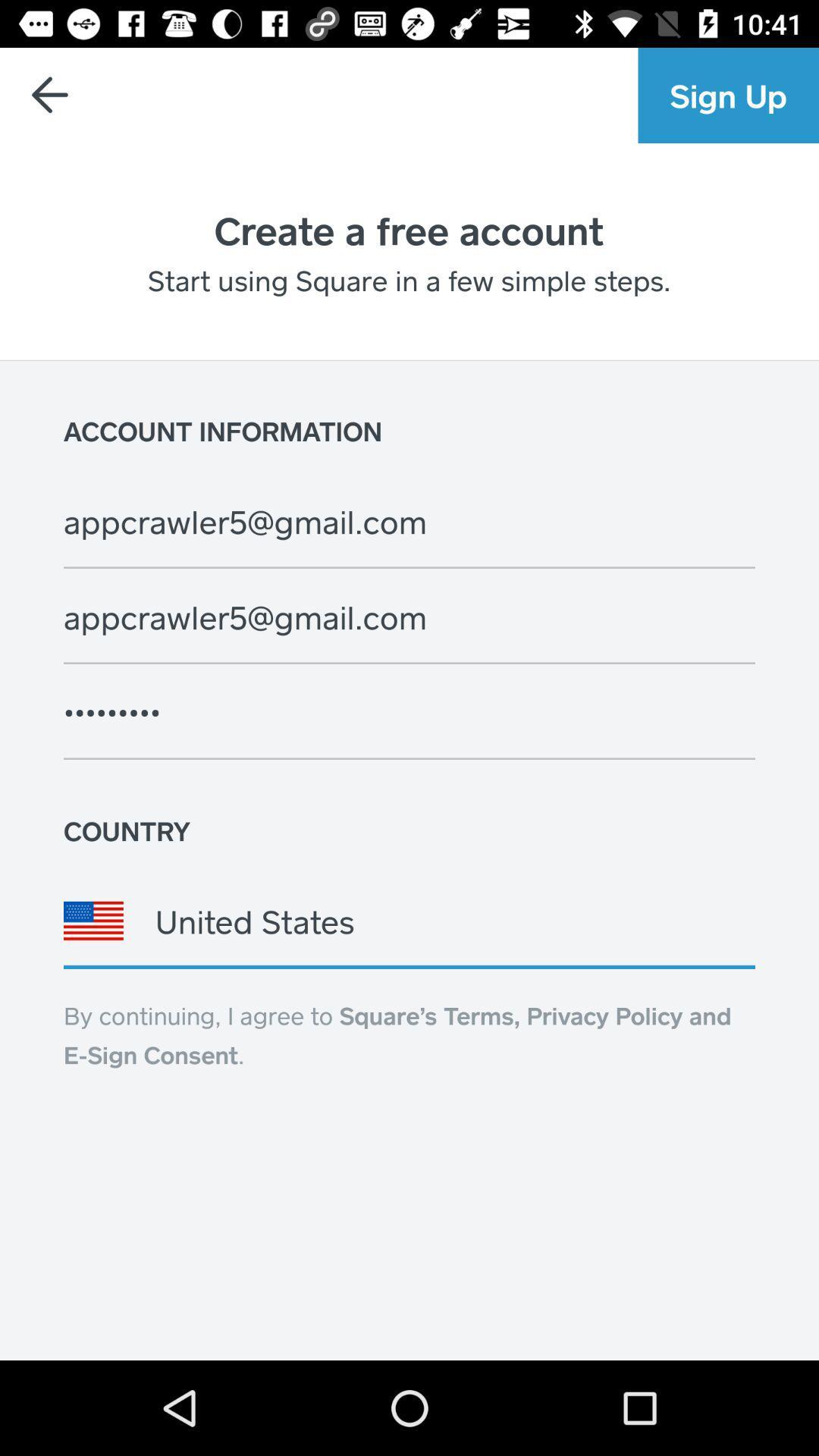 The width and height of the screenshot is (819, 1456). I want to click on the text in second line under account information, so click(425, 617).